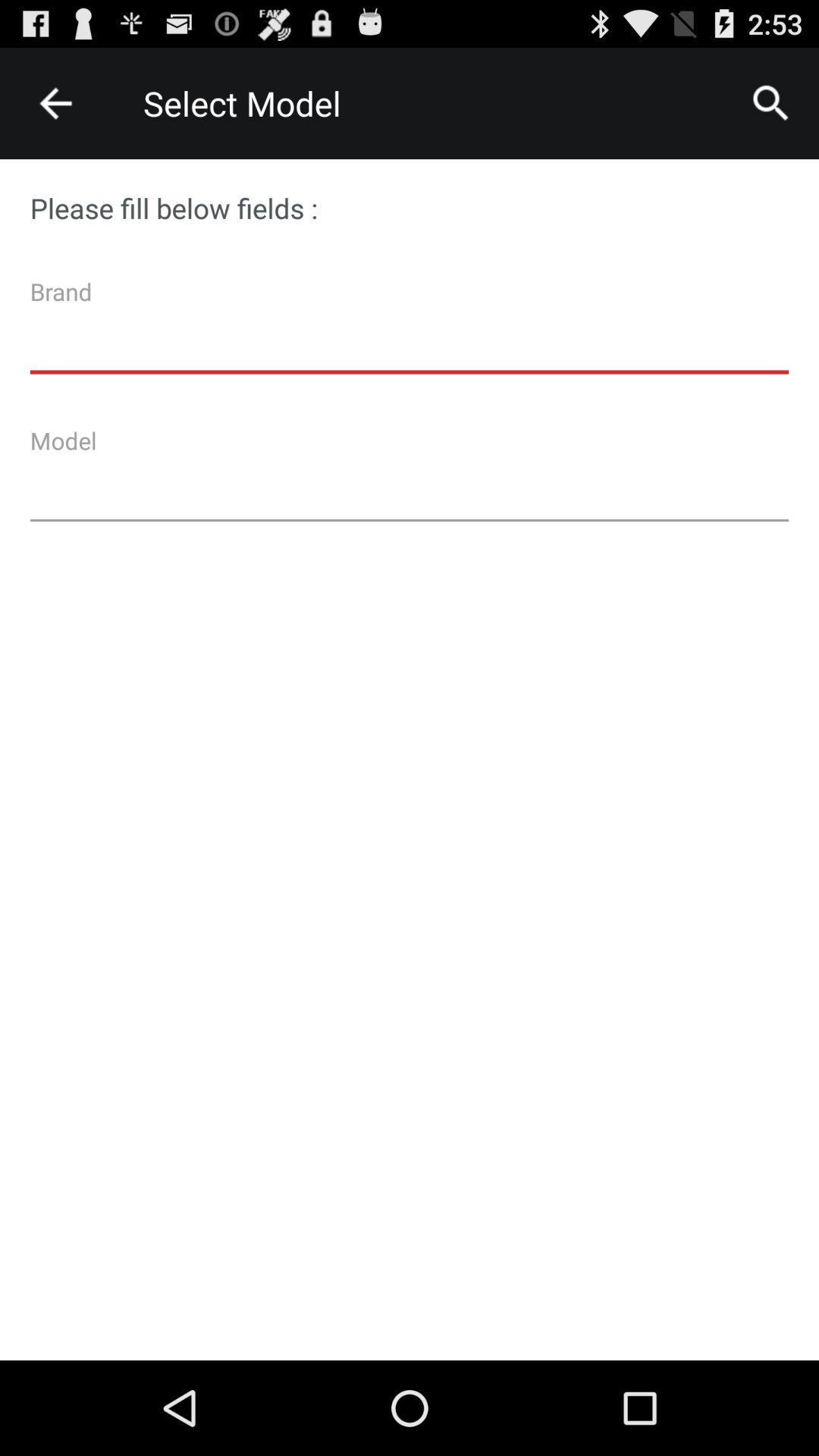 This screenshot has height=1456, width=819. I want to click on the icon above the please fill below, so click(55, 102).